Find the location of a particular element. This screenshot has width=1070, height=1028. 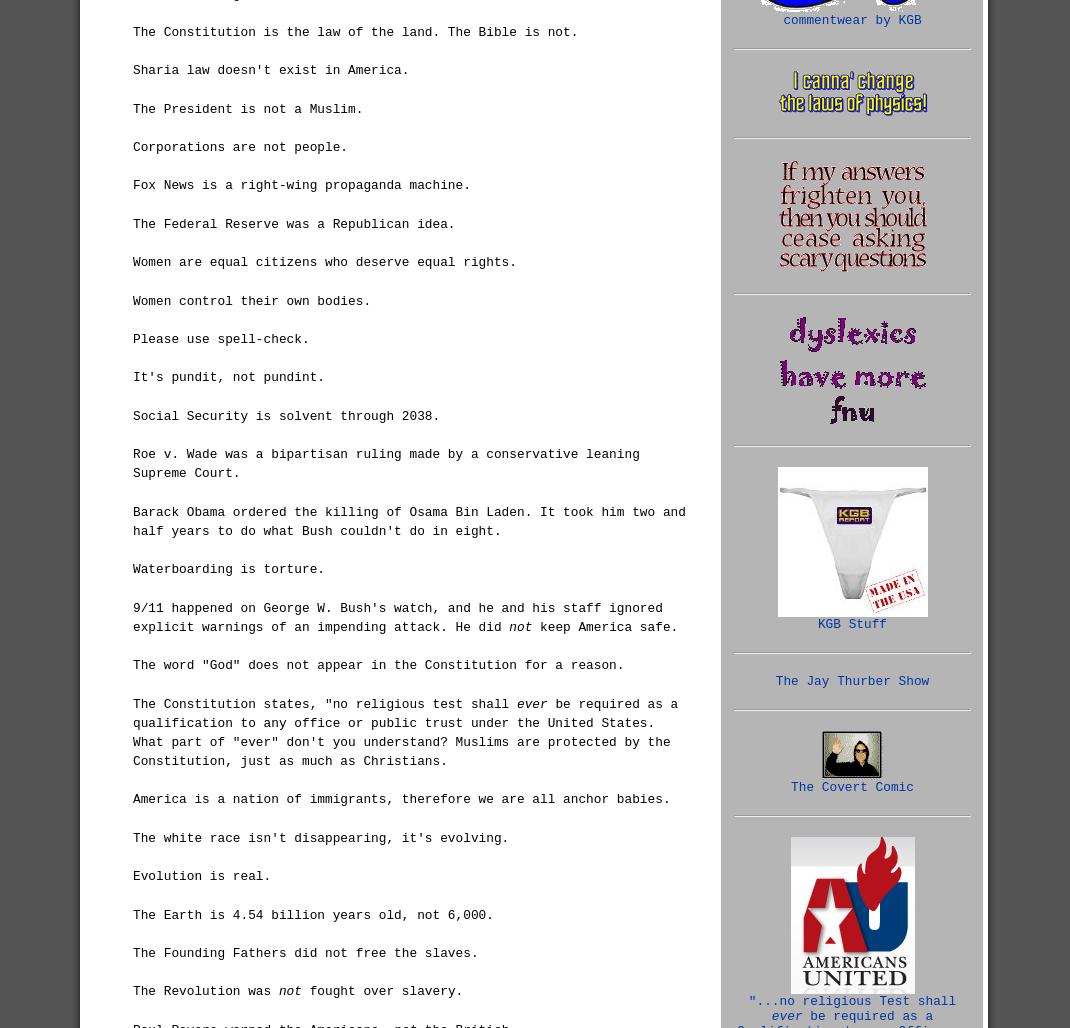

'The Federal Reserve was a Republican idea.' is located at coordinates (294, 222).